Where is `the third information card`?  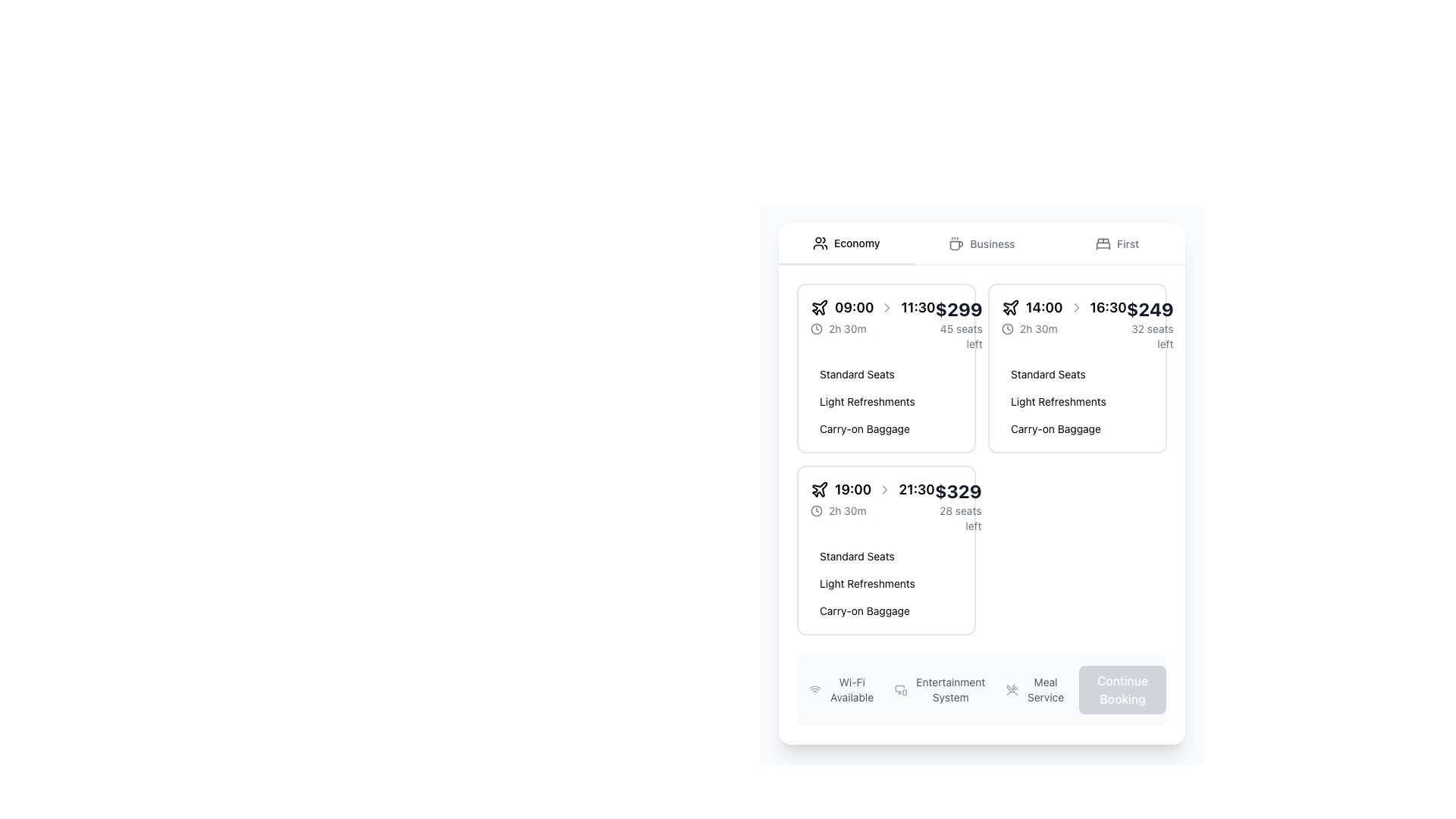
the third information card is located at coordinates (886, 550).